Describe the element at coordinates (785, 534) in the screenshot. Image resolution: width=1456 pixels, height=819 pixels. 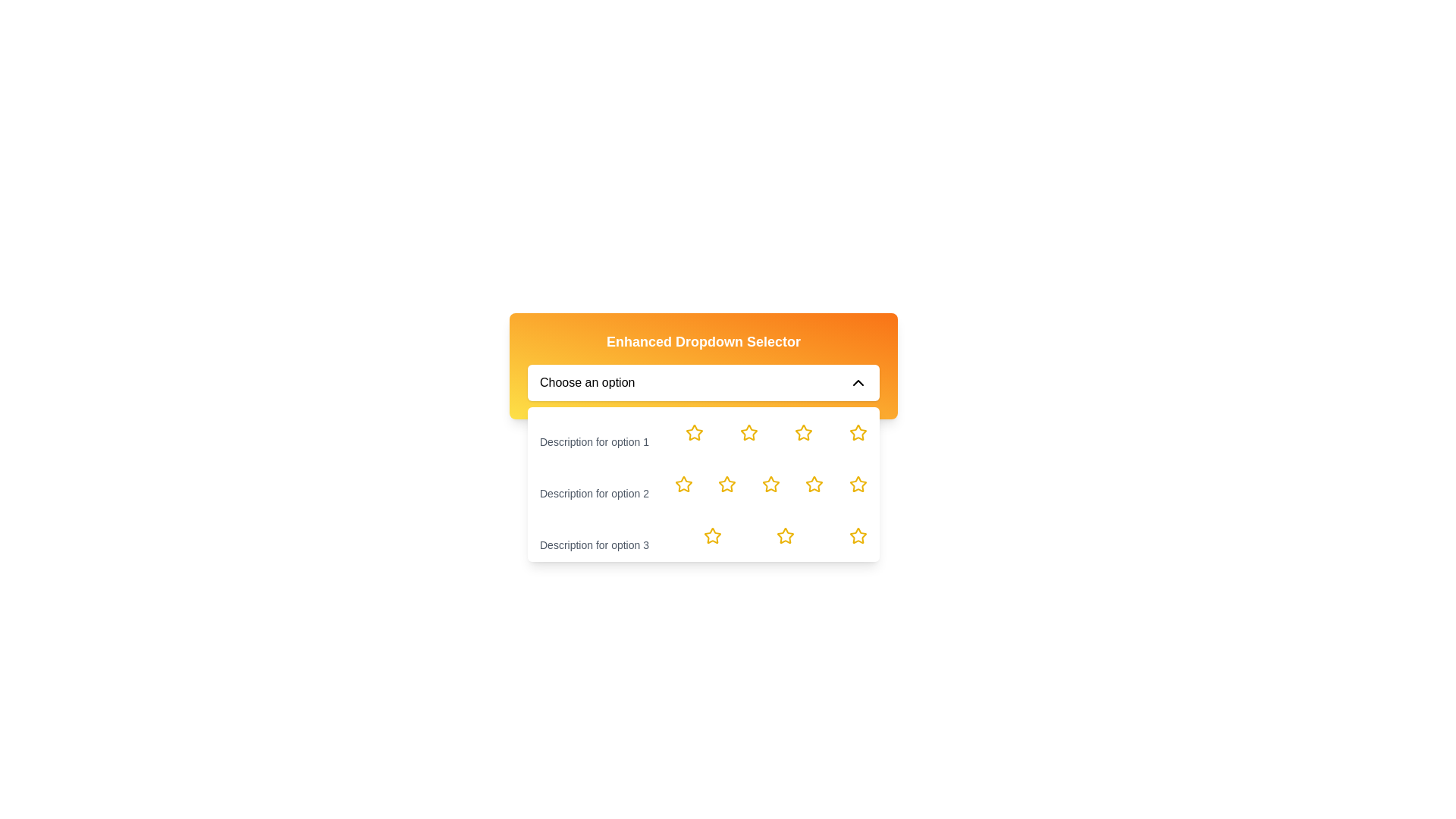
I see `the third star in the third row of the star rating item within the 'Enhanced Dropdown Selector'` at that location.